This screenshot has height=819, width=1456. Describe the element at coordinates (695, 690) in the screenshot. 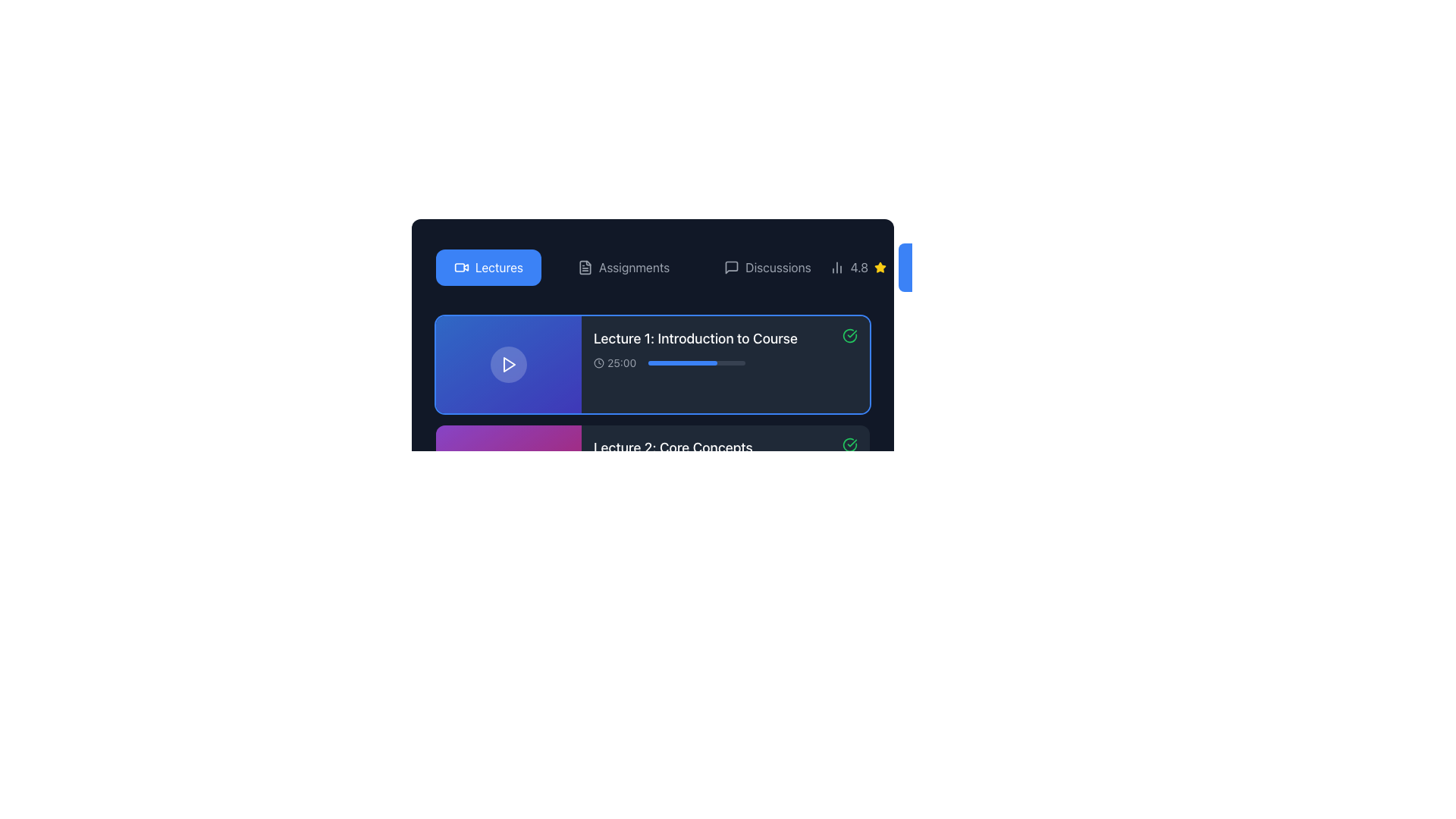

I see `the progress visually on the progress bar located below 'Lecture 1: Introduction to Course' and to the right of the timestamp '18:00'` at that location.